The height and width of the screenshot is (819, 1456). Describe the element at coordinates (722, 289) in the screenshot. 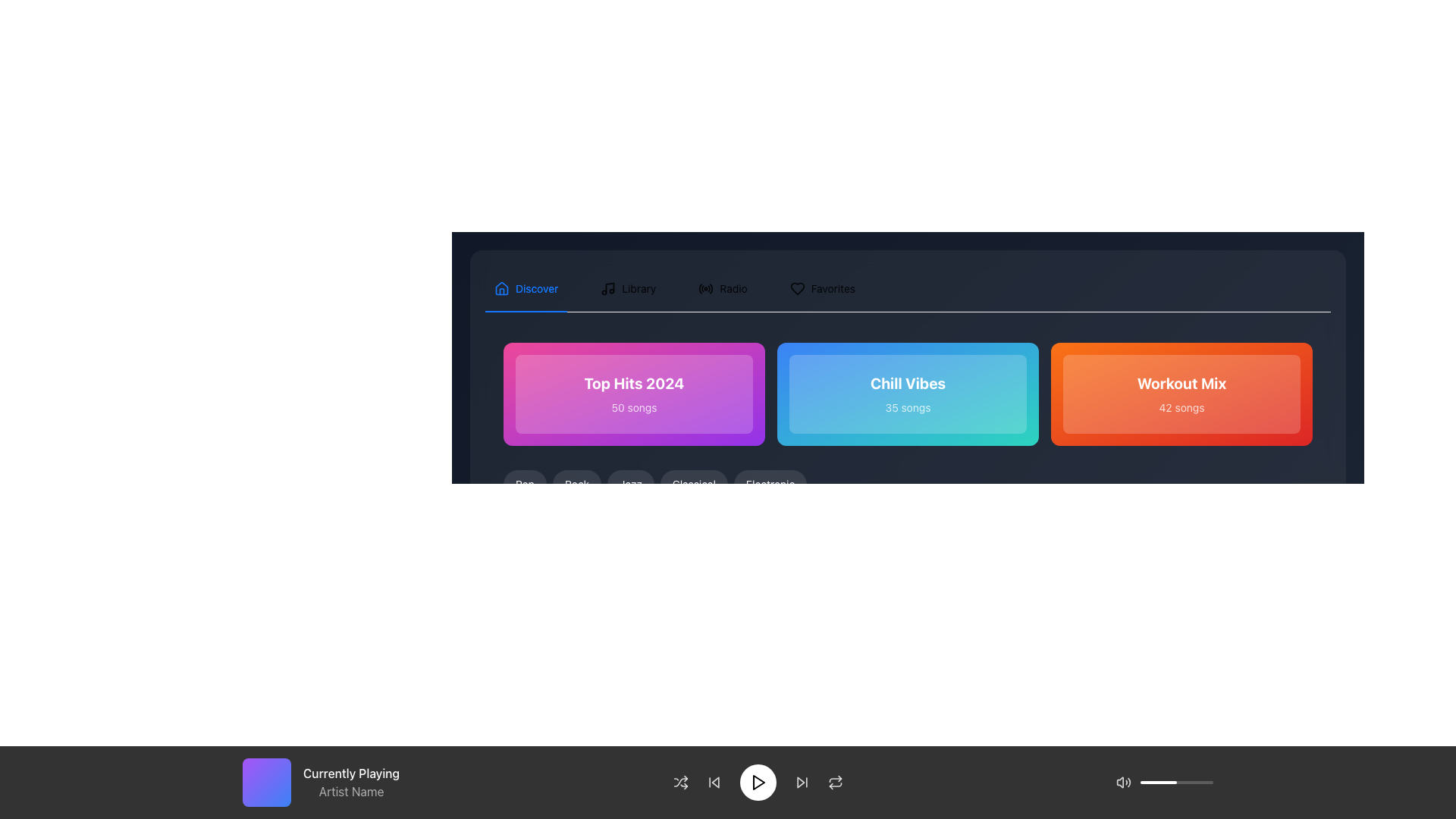

I see `the 'Radio' tab in the navigation bar` at that location.